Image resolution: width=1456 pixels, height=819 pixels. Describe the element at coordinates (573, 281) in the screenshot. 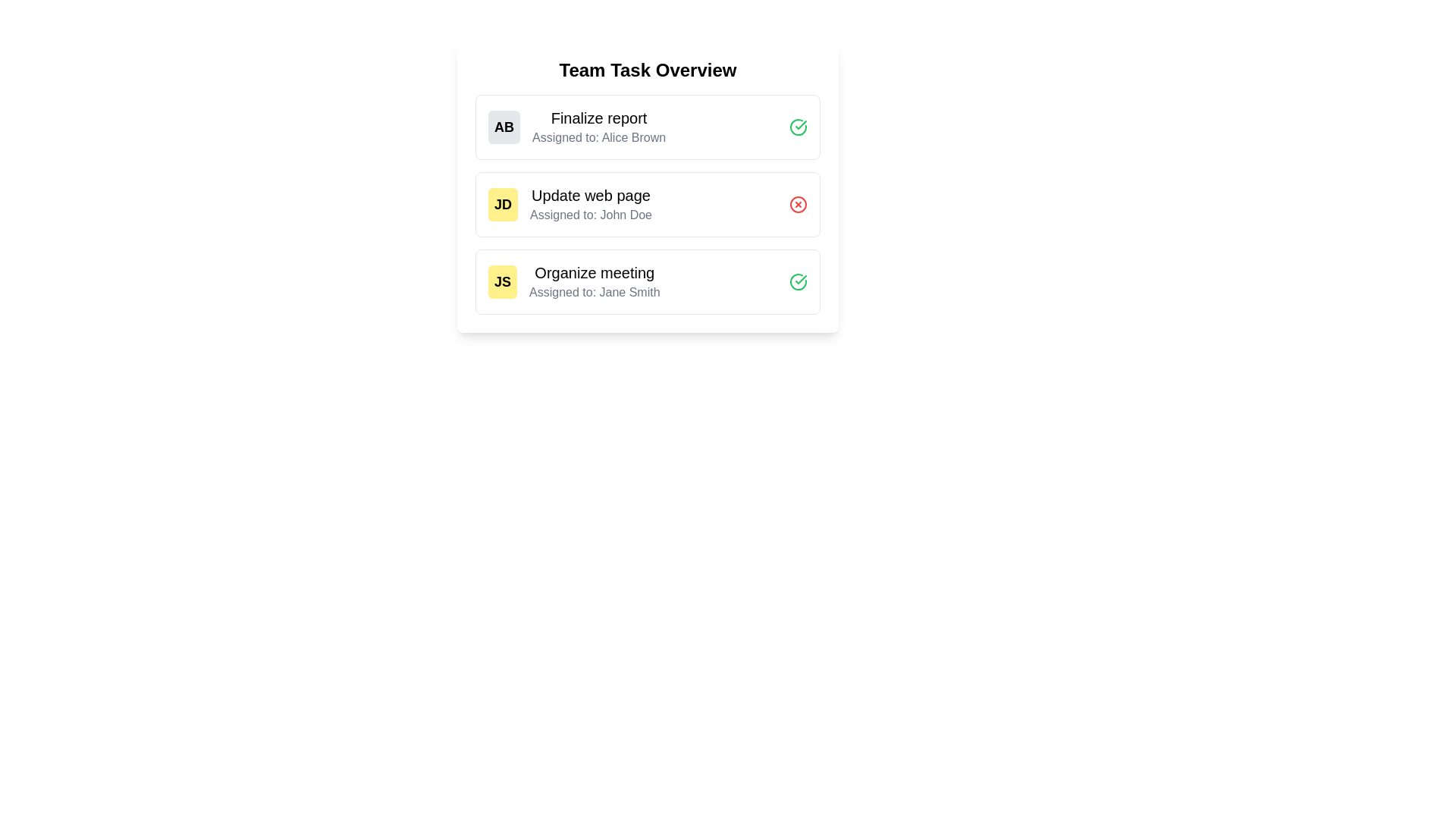

I see `the Structured task item labeled 'Organize meeting', which includes the initials 'JS' and the assigned user 'Jane Smith'` at that location.